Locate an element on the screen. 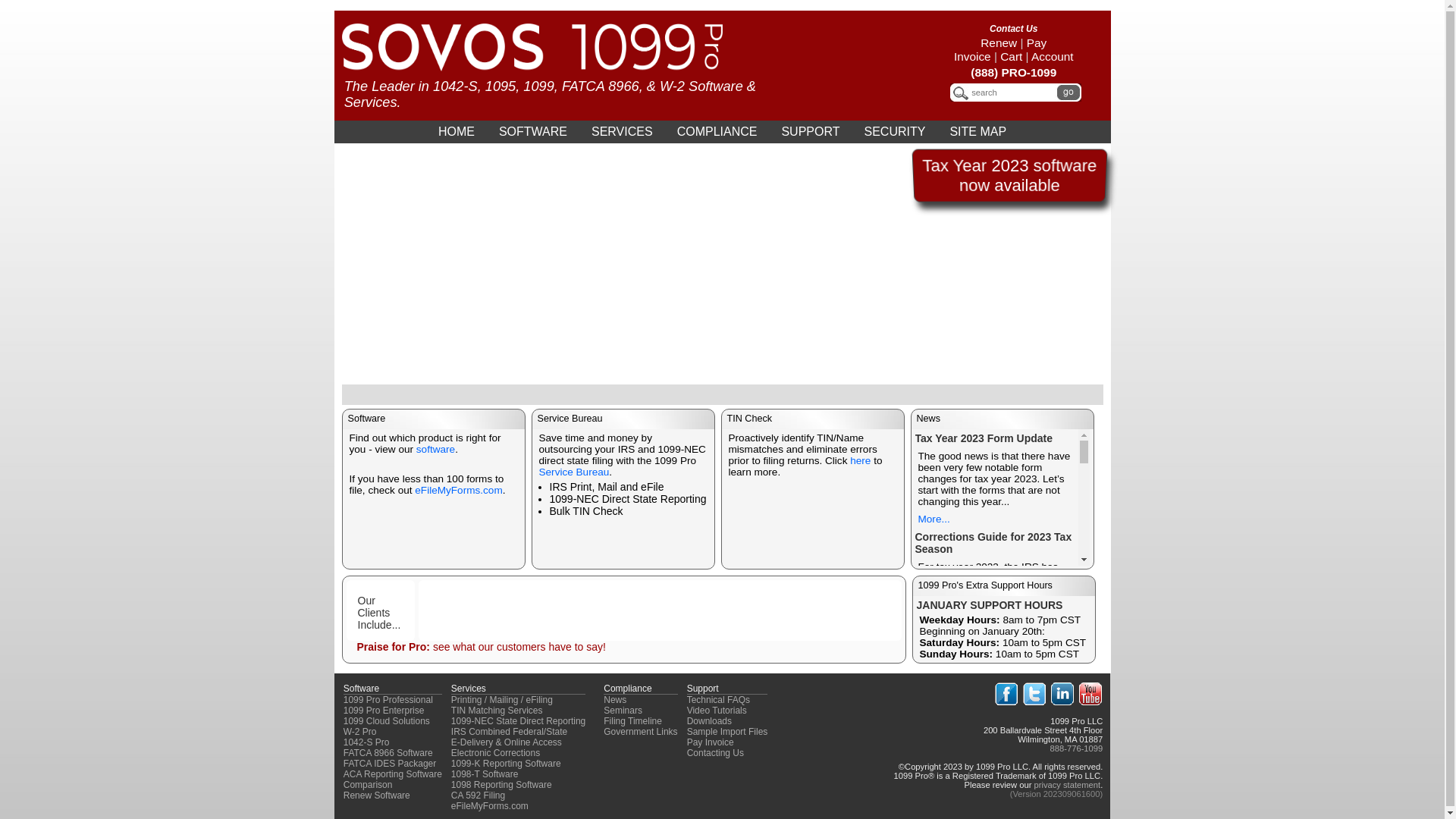 The height and width of the screenshot is (819, 1456). 'SECURITY' is located at coordinates (894, 130).